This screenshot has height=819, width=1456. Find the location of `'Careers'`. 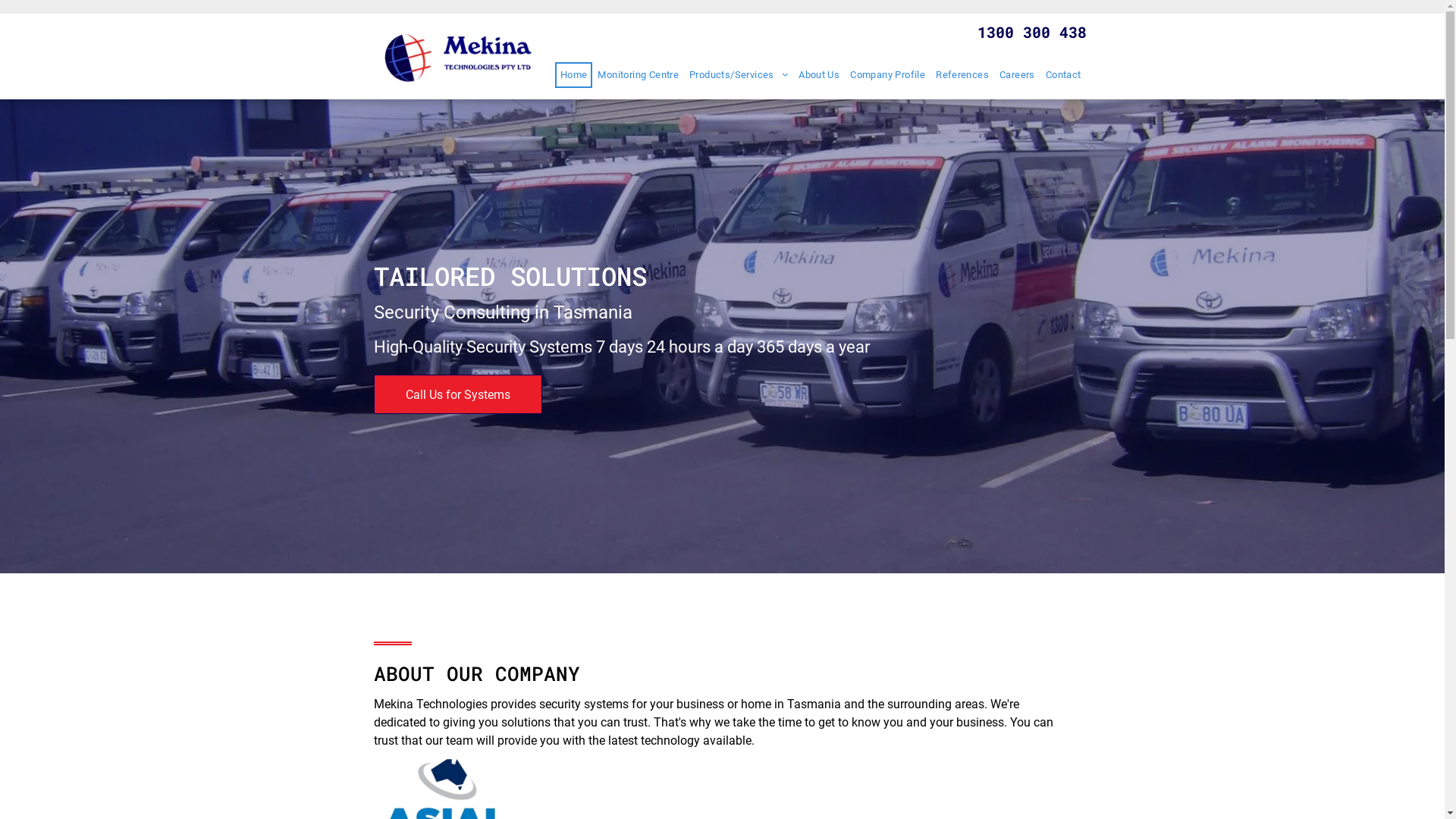

'Careers' is located at coordinates (1017, 75).